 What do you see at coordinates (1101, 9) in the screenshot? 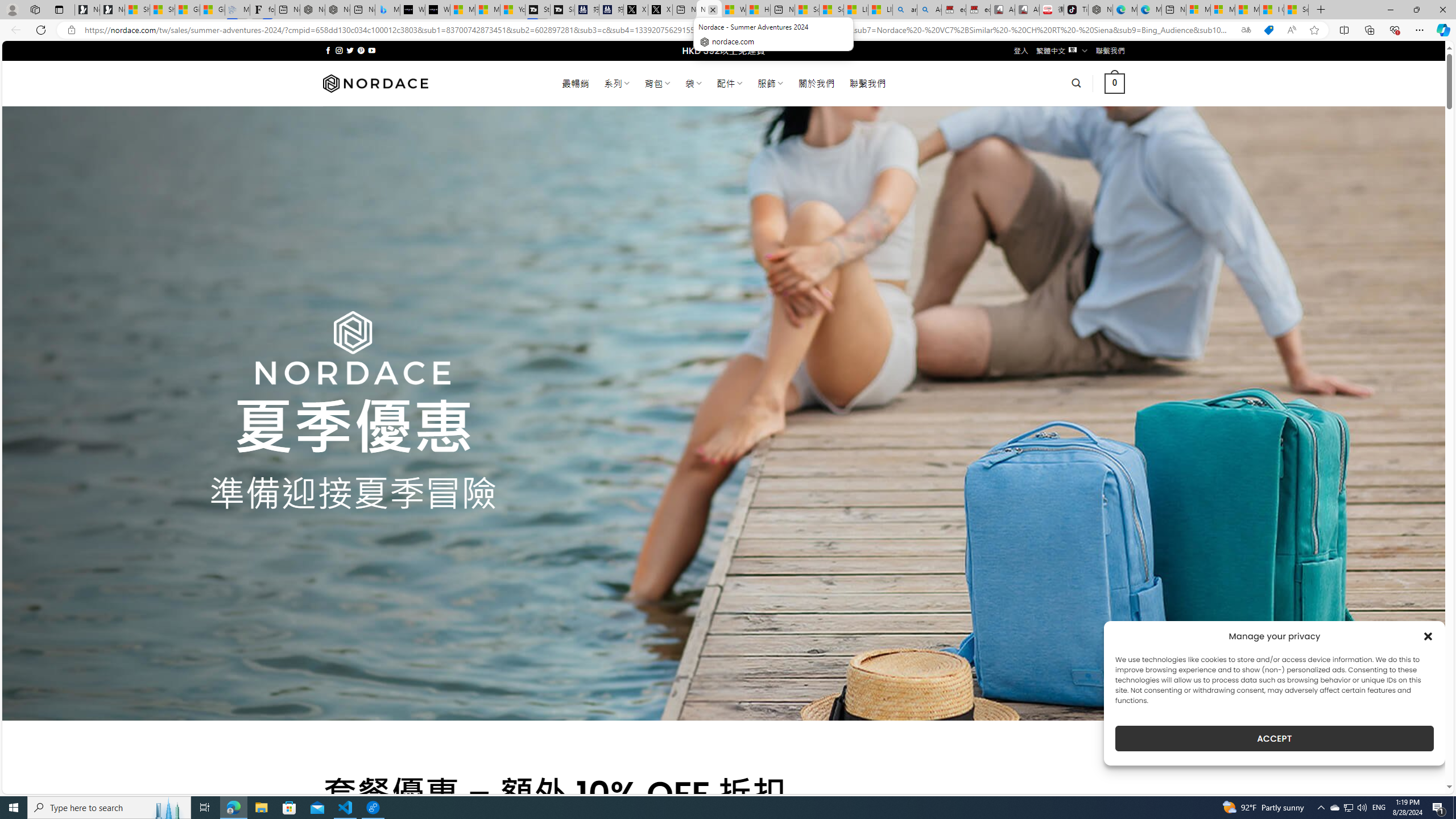
I see `'Nordace - Best Sellers'` at bounding box center [1101, 9].